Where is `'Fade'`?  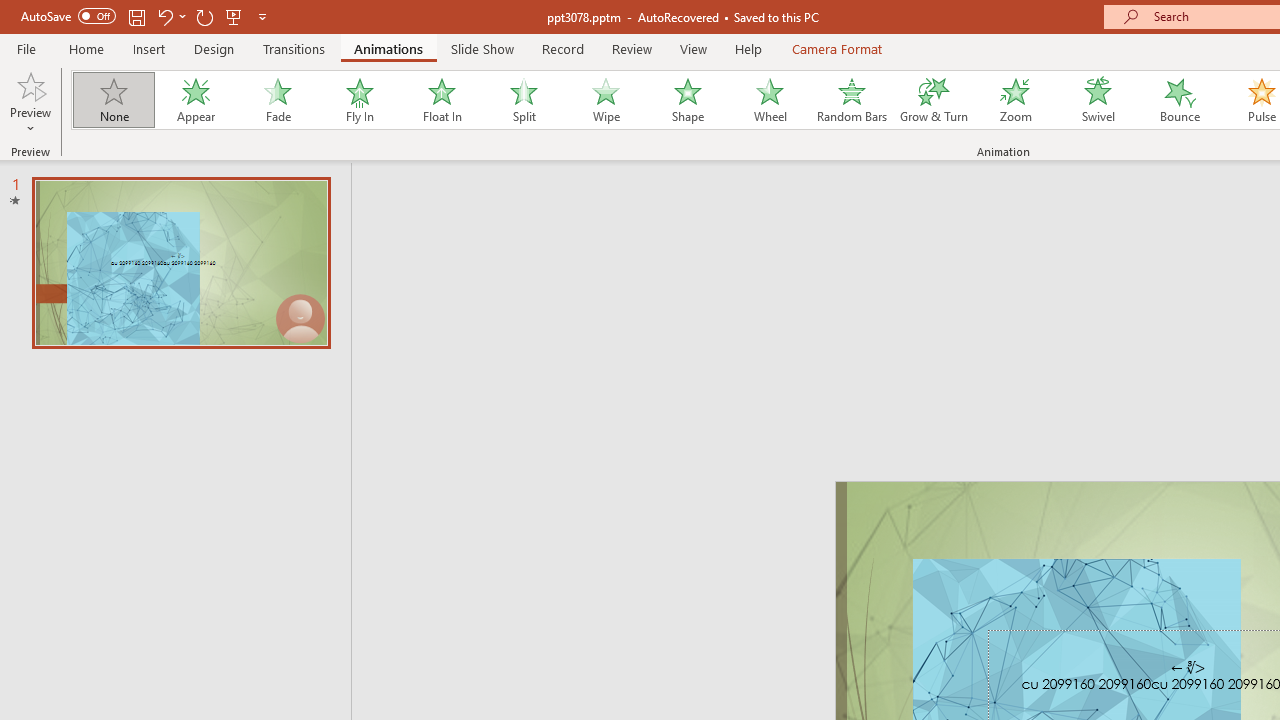
'Fade' is located at coordinates (276, 100).